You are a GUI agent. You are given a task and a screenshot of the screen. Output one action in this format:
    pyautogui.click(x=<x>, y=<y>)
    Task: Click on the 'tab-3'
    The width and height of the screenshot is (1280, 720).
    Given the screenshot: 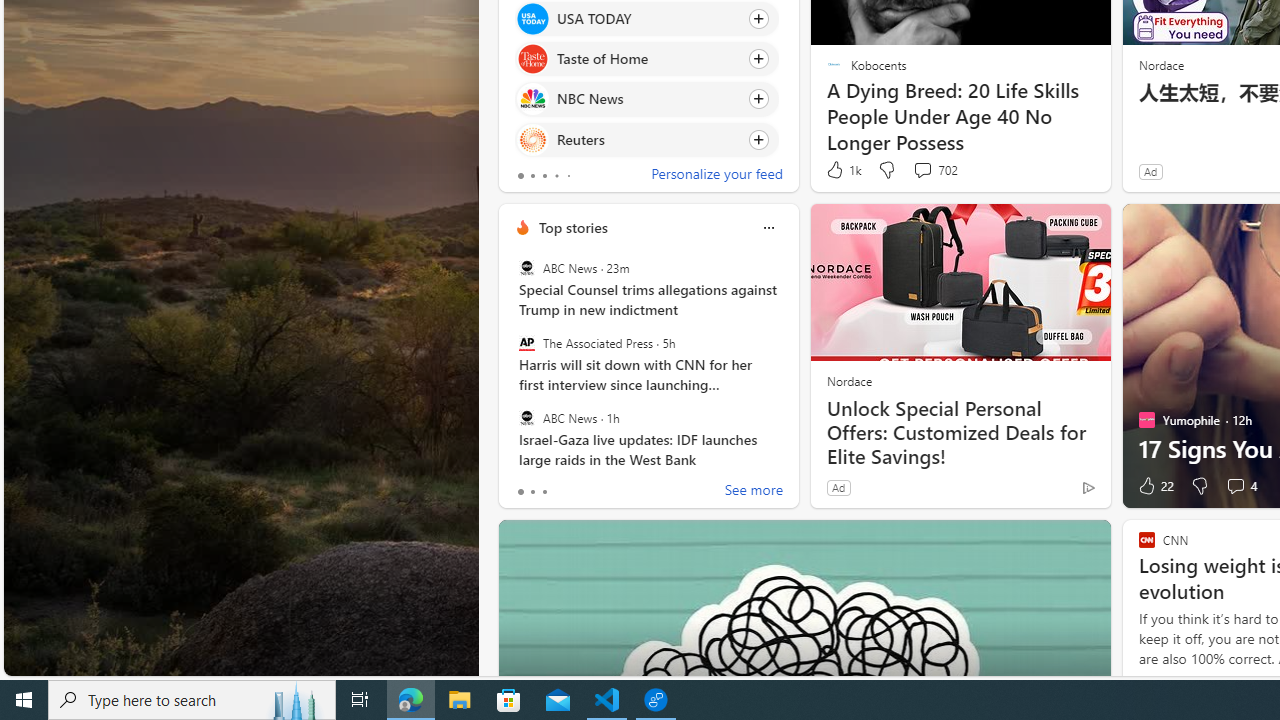 What is the action you would take?
    pyautogui.click(x=556, y=175)
    